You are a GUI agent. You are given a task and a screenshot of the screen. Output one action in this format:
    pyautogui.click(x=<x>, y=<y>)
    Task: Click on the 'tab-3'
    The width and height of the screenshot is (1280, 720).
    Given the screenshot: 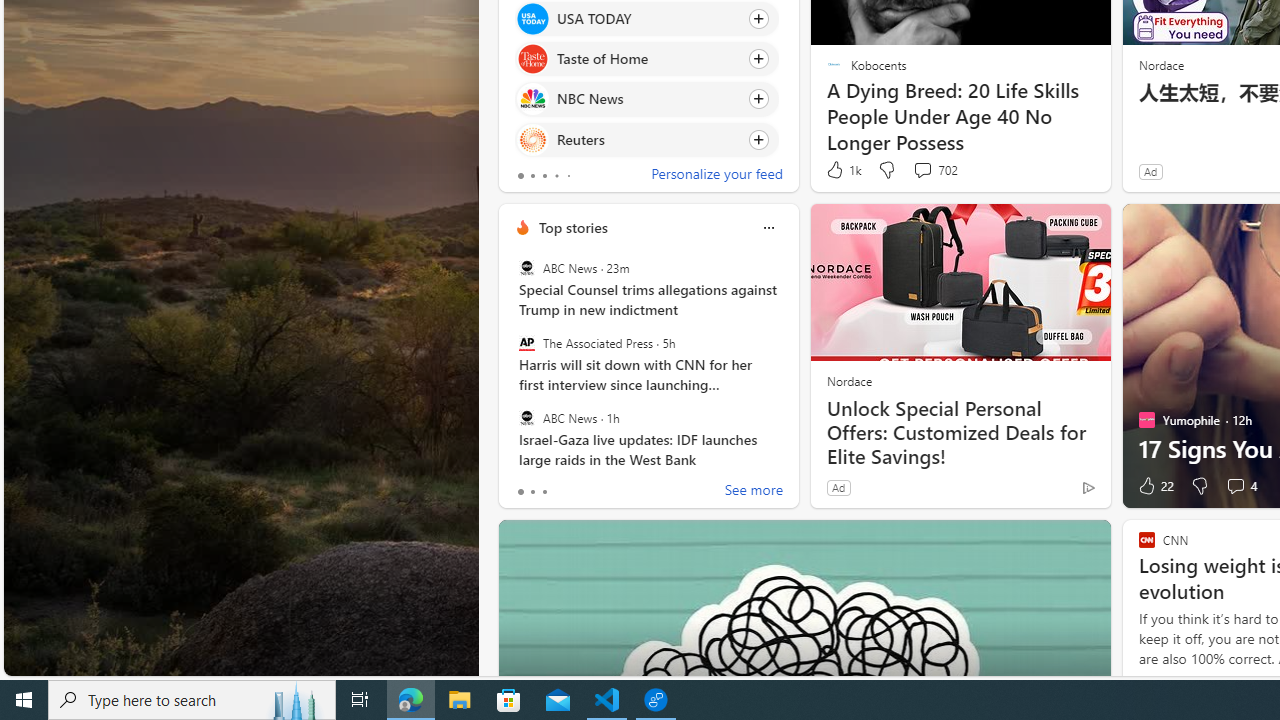 What is the action you would take?
    pyautogui.click(x=556, y=175)
    